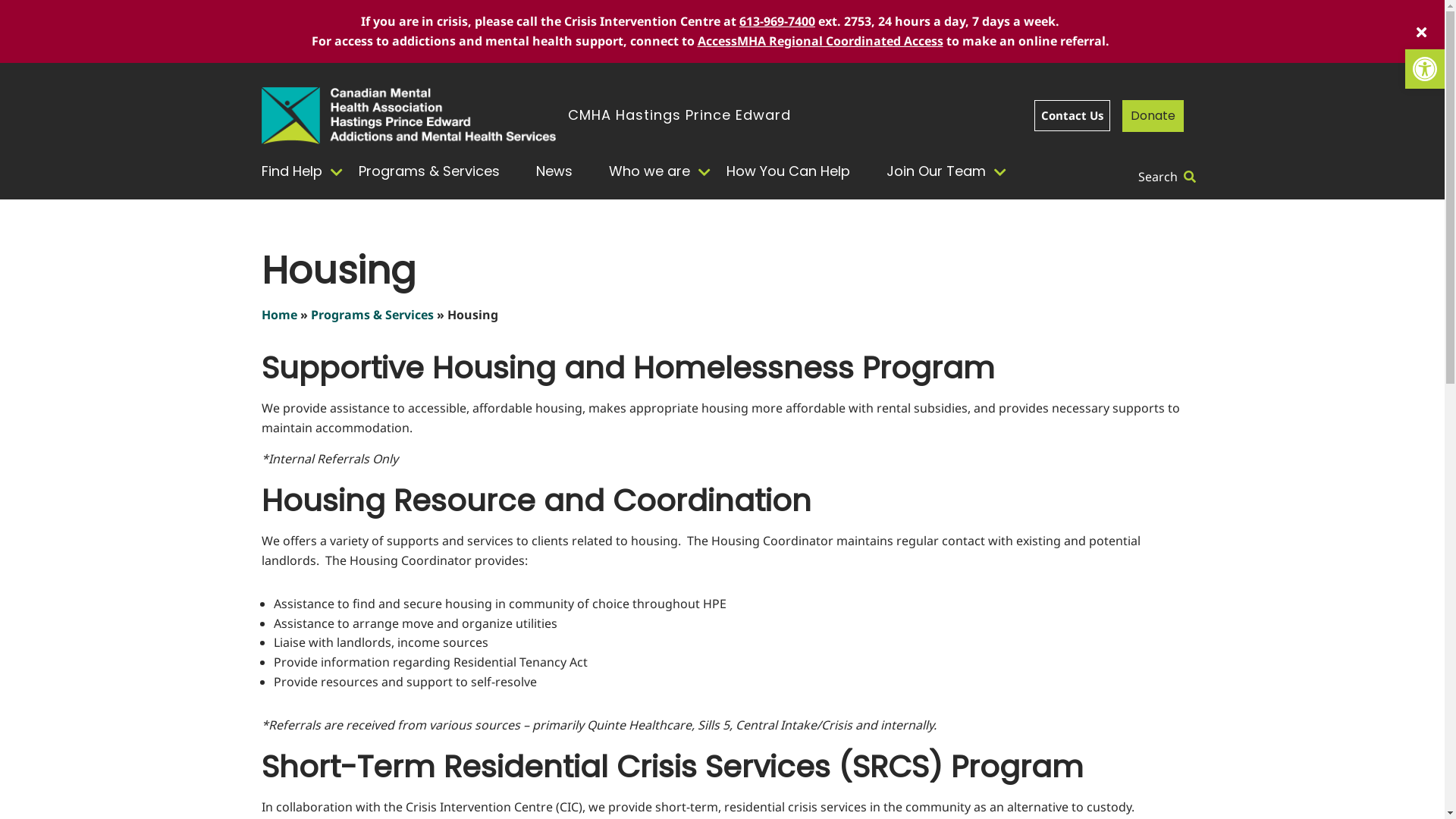  Describe the element at coordinates (1423, 69) in the screenshot. I see `'Open toolbar` at that location.